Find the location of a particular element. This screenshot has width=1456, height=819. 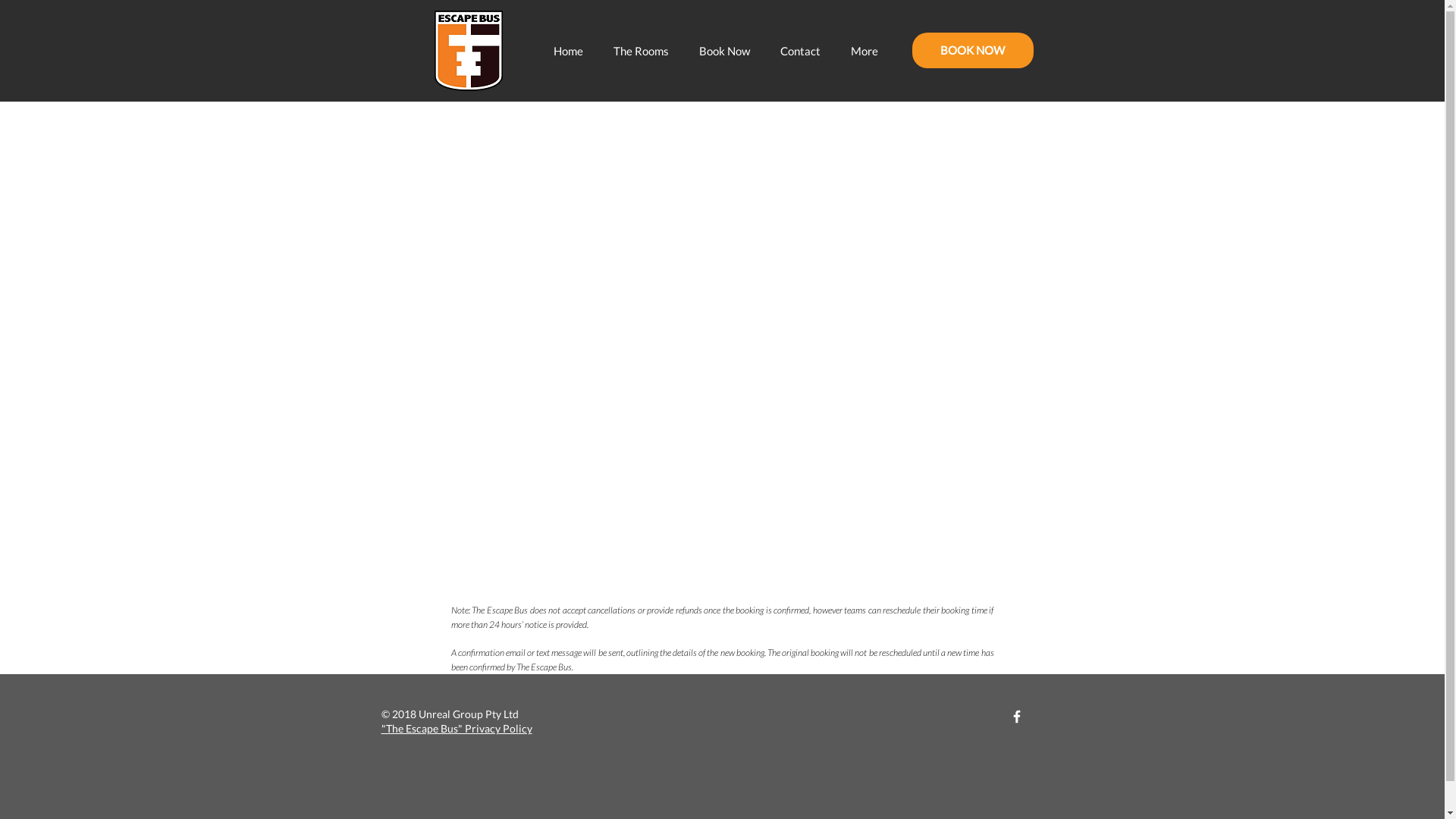

'Contact' is located at coordinates (799, 49).